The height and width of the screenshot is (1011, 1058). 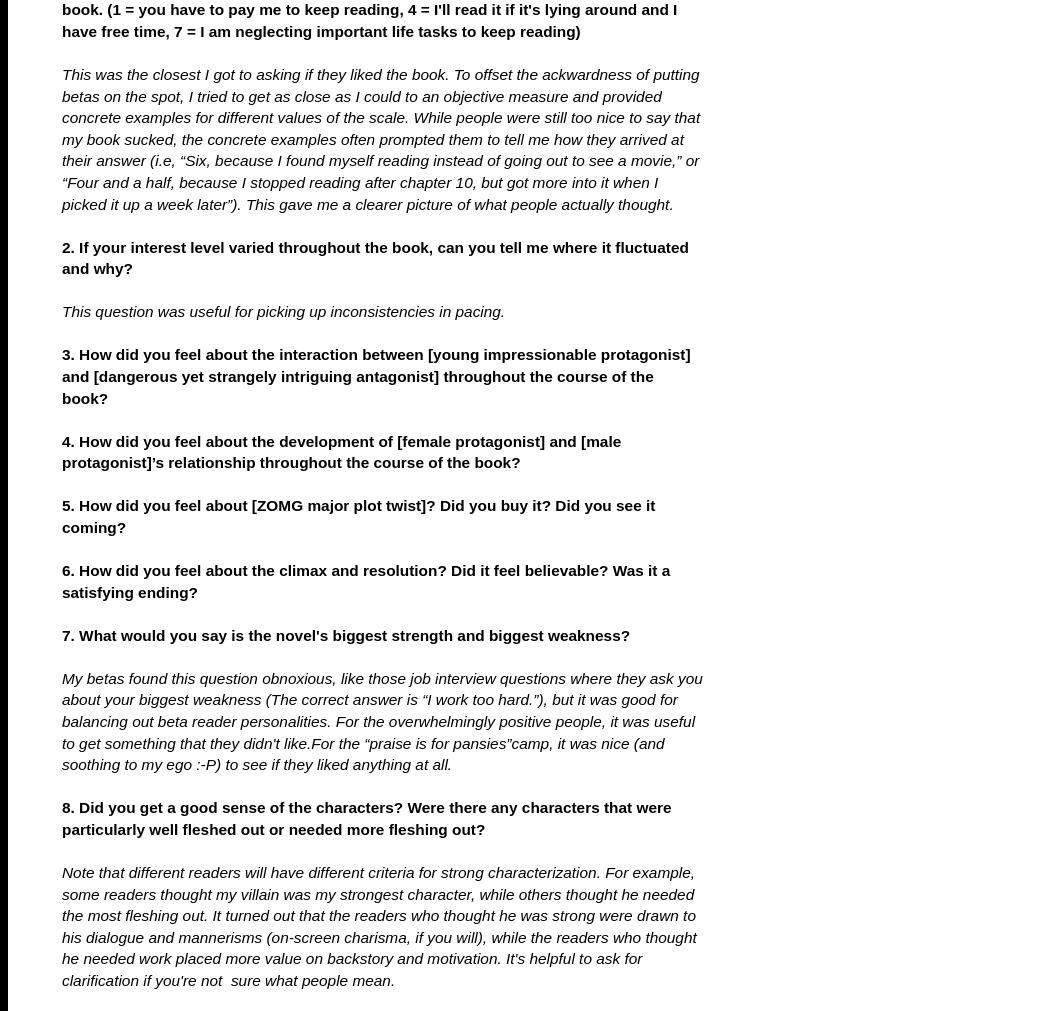 I want to click on '4.  How did you feel about the development of [female protagonist] and [male protagonist]’s relationship throughout the course of the book?', so click(x=61, y=450).